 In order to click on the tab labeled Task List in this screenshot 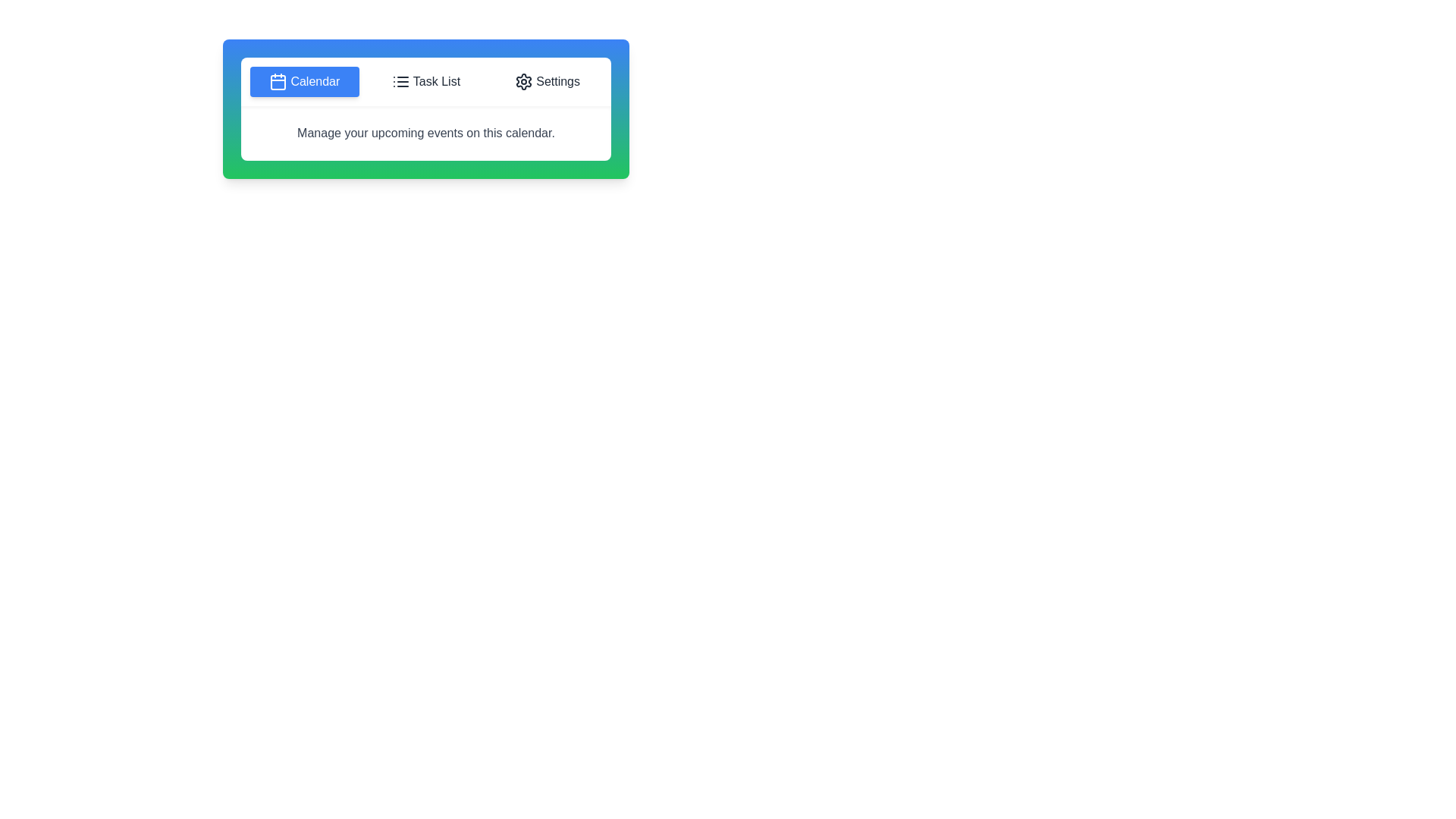, I will do `click(425, 82)`.